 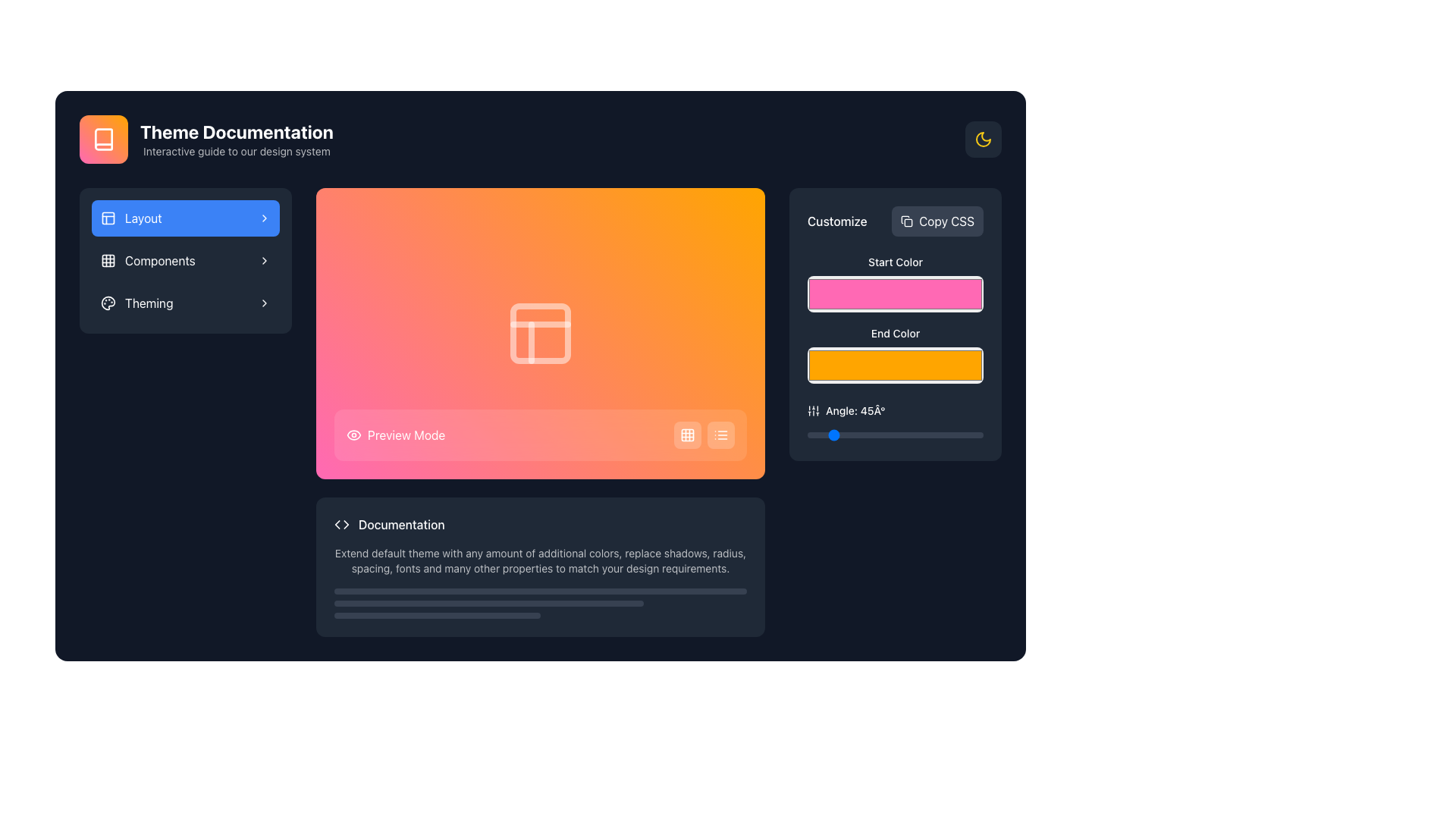 What do you see at coordinates (265, 259) in the screenshot?
I see `the right-pointing chevron icon in the 'Components' menu` at bounding box center [265, 259].